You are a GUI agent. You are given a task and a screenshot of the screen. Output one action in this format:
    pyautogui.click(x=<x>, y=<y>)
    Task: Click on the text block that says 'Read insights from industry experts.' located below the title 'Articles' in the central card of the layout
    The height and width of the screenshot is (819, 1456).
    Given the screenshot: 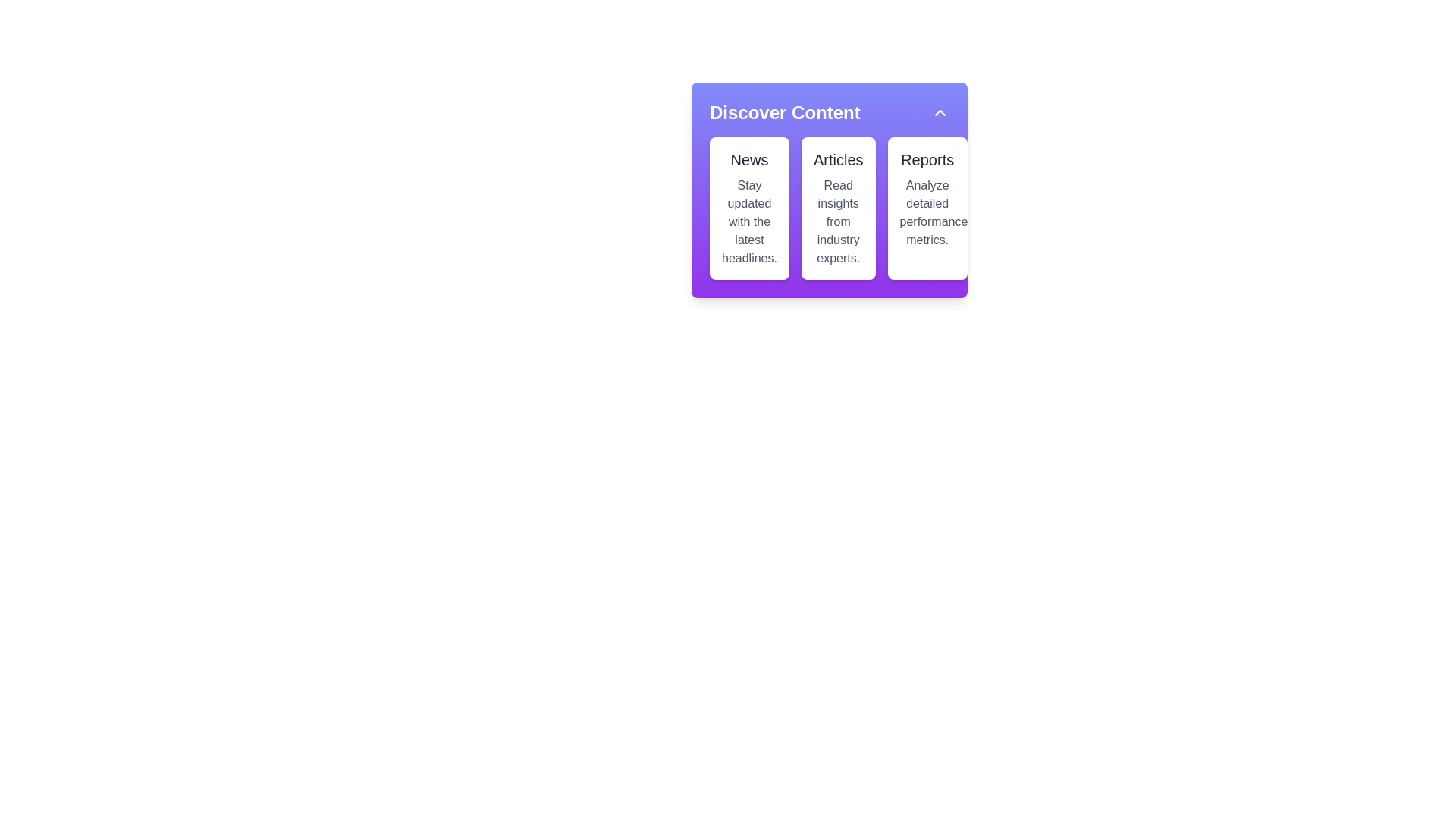 What is the action you would take?
    pyautogui.click(x=837, y=222)
    